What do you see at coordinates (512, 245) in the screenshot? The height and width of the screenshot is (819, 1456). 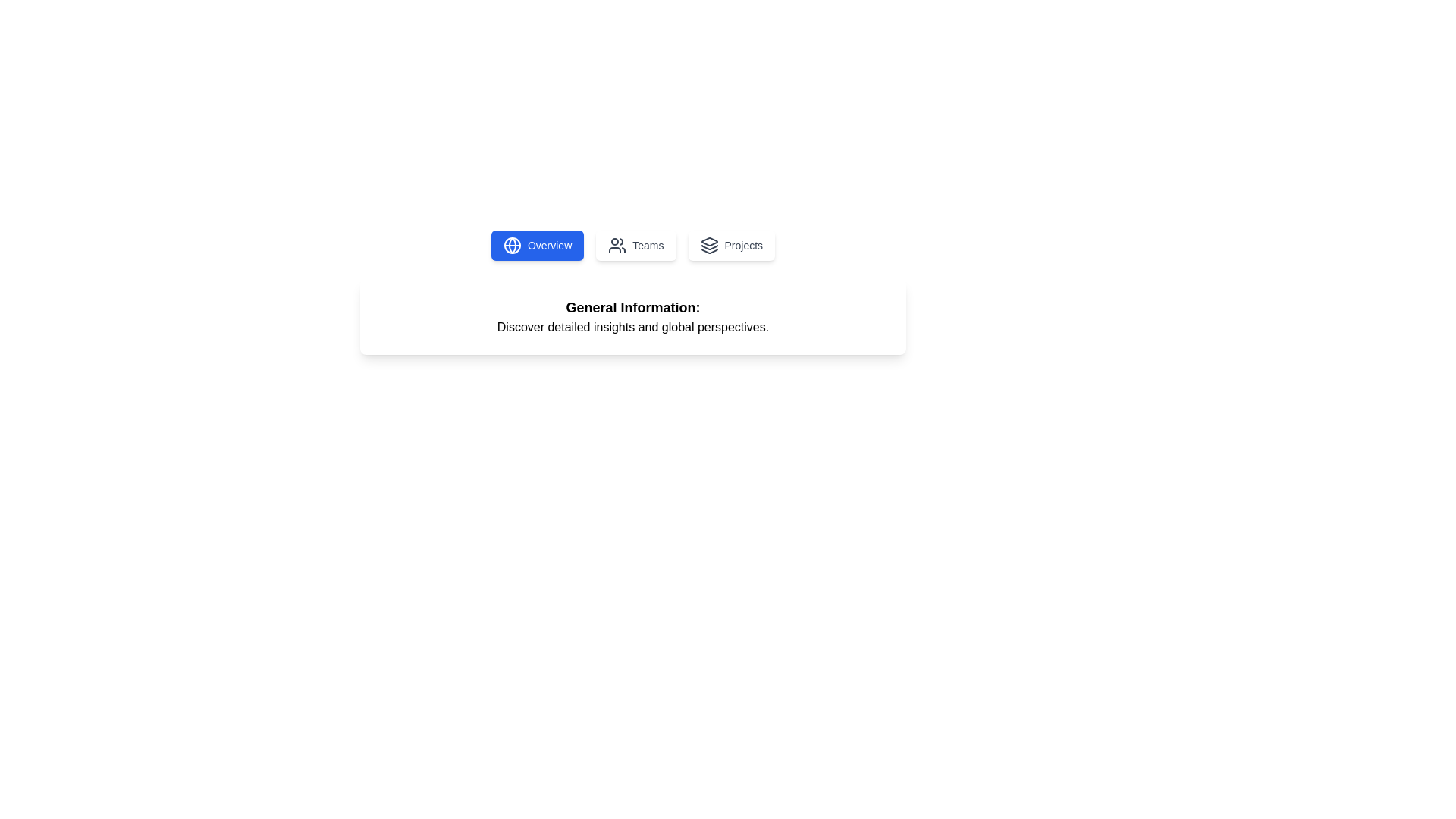 I see `the globe icon located to the left of the 'Overview' text in the upper-left side toolbar` at bounding box center [512, 245].